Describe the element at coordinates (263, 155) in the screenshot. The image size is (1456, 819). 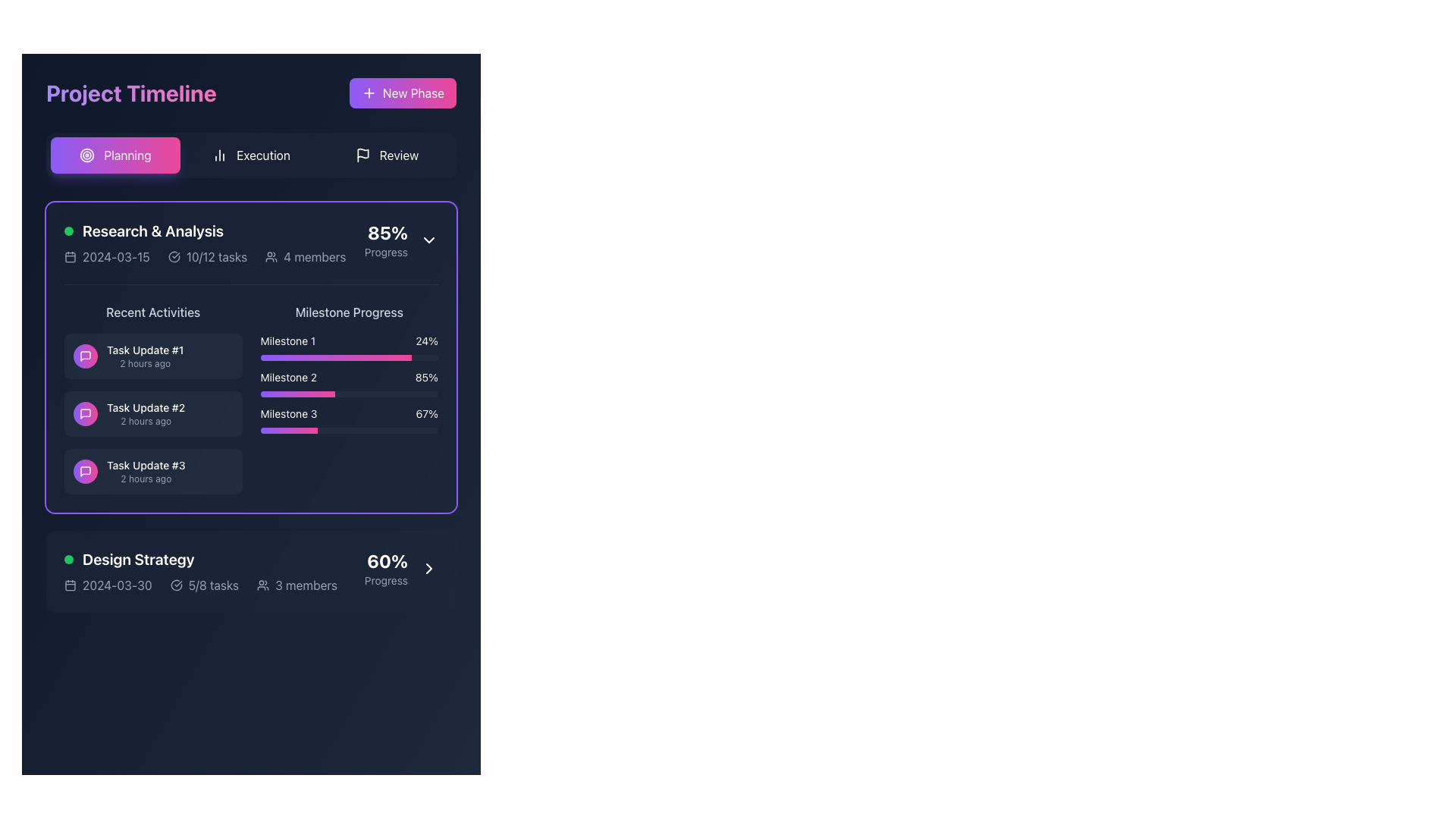
I see `the 'Execution' text label located in the horizontal navigation bar at the top of the interface, which is positioned between the 'Planning' and 'Review' options` at that location.